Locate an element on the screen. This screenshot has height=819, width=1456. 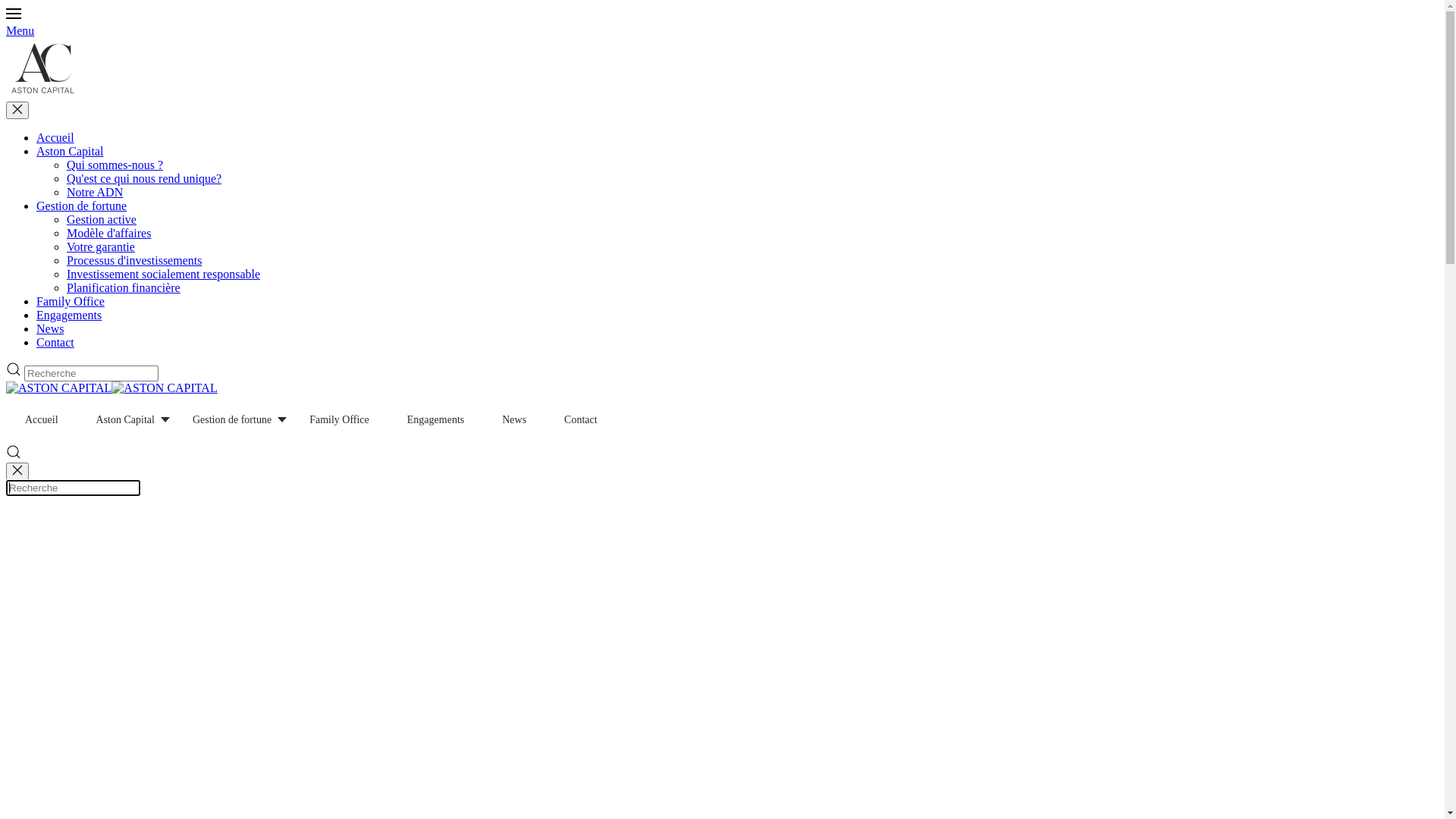
'Processus d'investissements' is located at coordinates (134, 259).